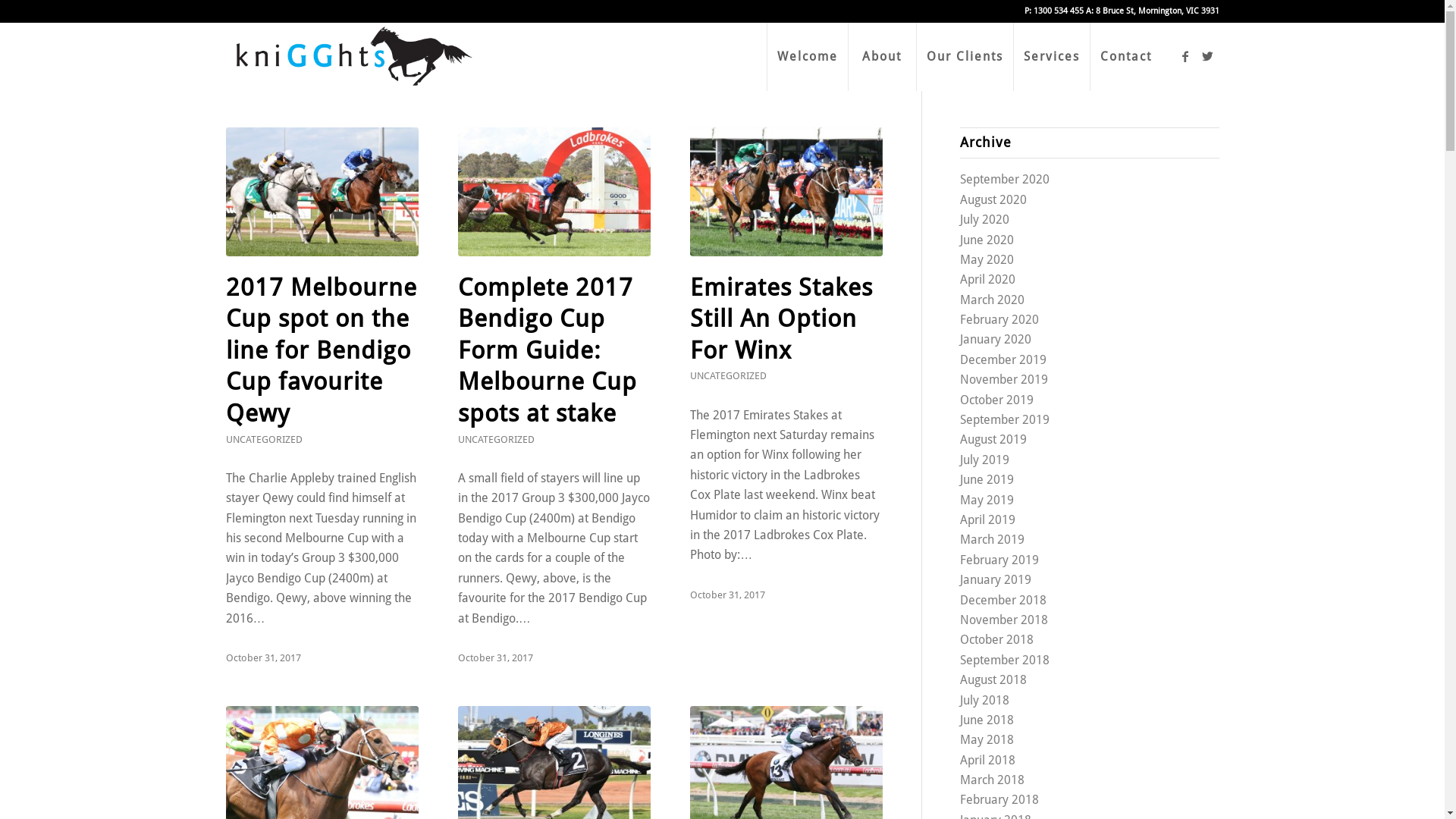 This screenshot has width=1456, height=819. I want to click on 'April 2020', so click(987, 279).